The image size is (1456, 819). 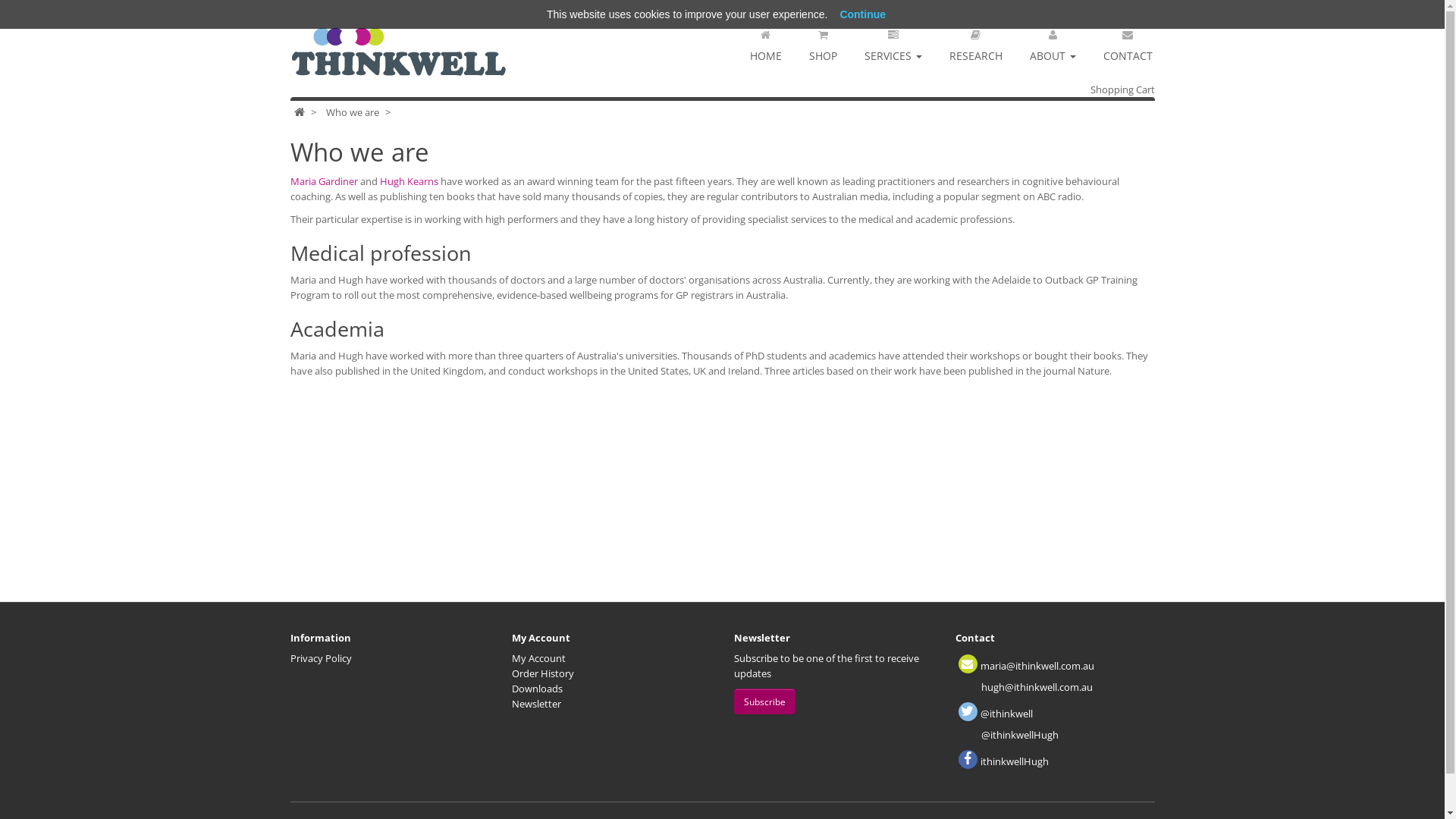 What do you see at coordinates (408, 180) in the screenshot?
I see `'Hugh Kearns'` at bounding box center [408, 180].